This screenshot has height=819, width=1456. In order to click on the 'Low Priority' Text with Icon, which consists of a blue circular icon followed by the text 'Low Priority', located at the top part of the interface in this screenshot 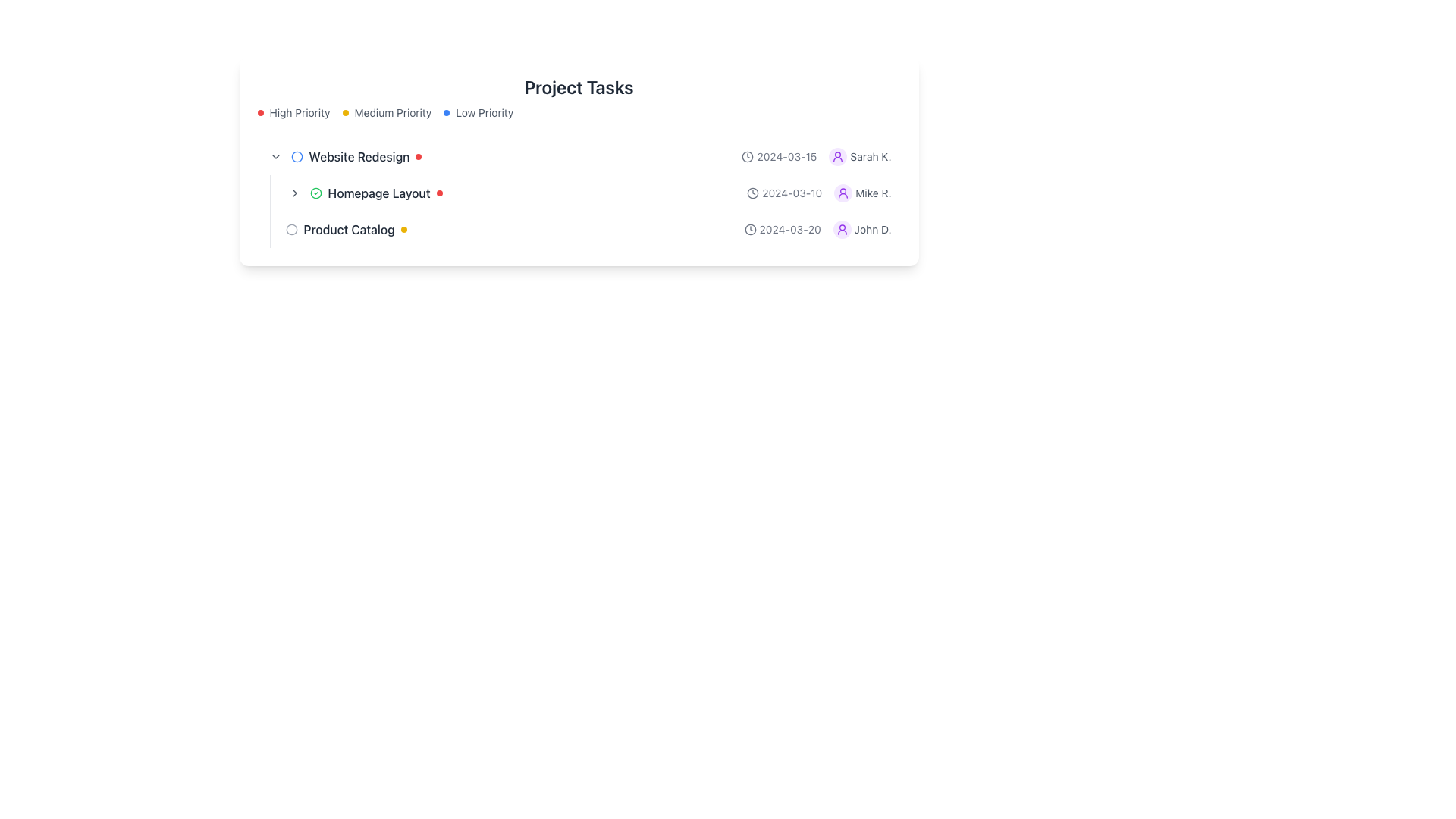, I will do `click(478, 112)`.